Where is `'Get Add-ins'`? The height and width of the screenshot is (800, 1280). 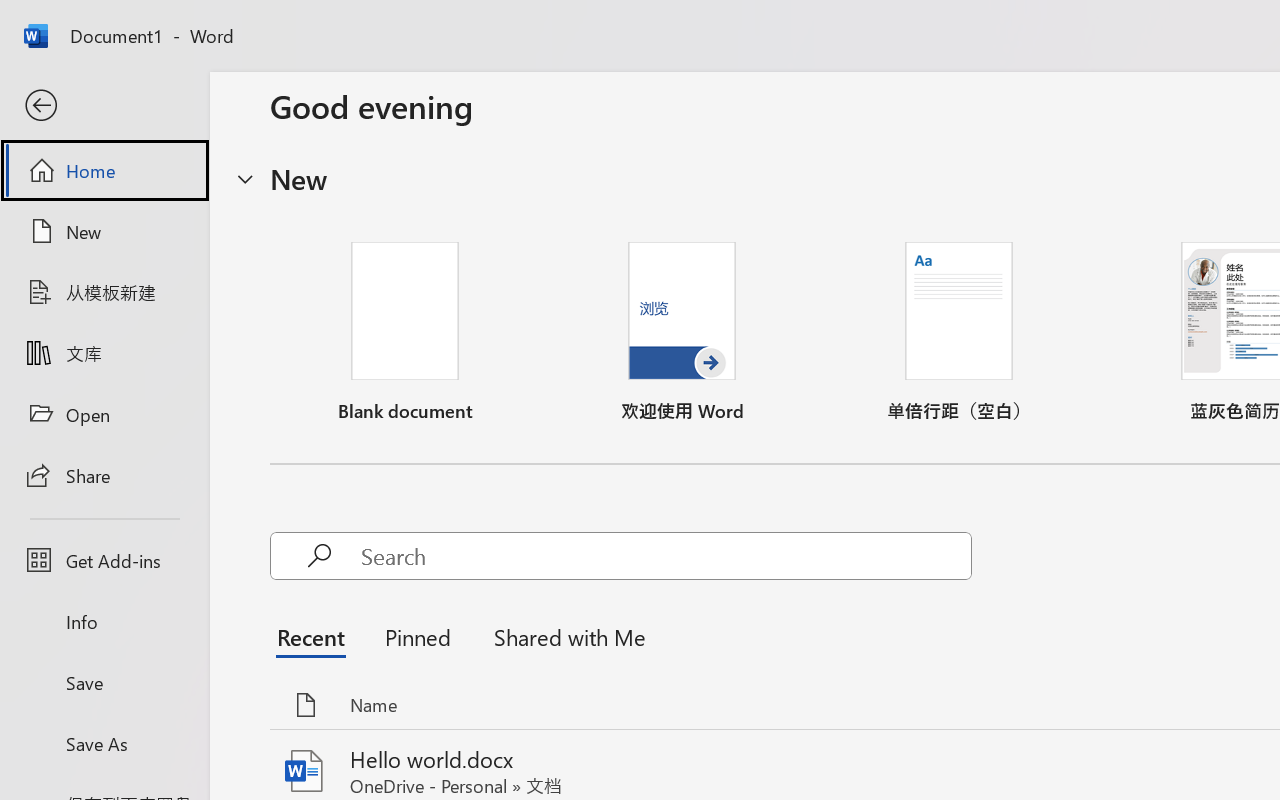
'Get Add-ins' is located at coordinates (103, 560).